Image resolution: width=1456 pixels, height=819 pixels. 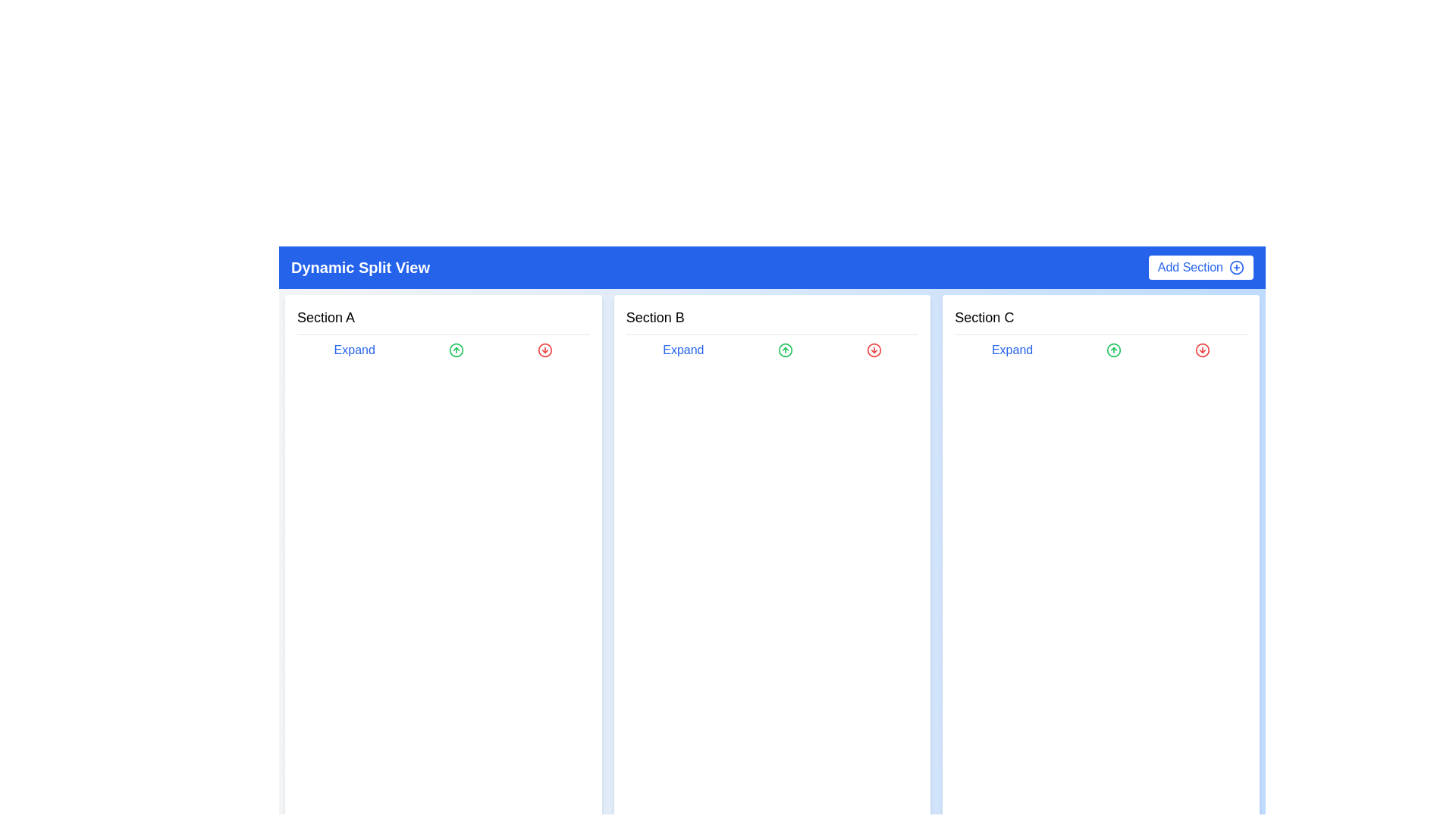 I want to click on the icon located at the end of the 'Add Section' text label, positioned in the top-right corner of the interface, so click(x=1237, y=267).